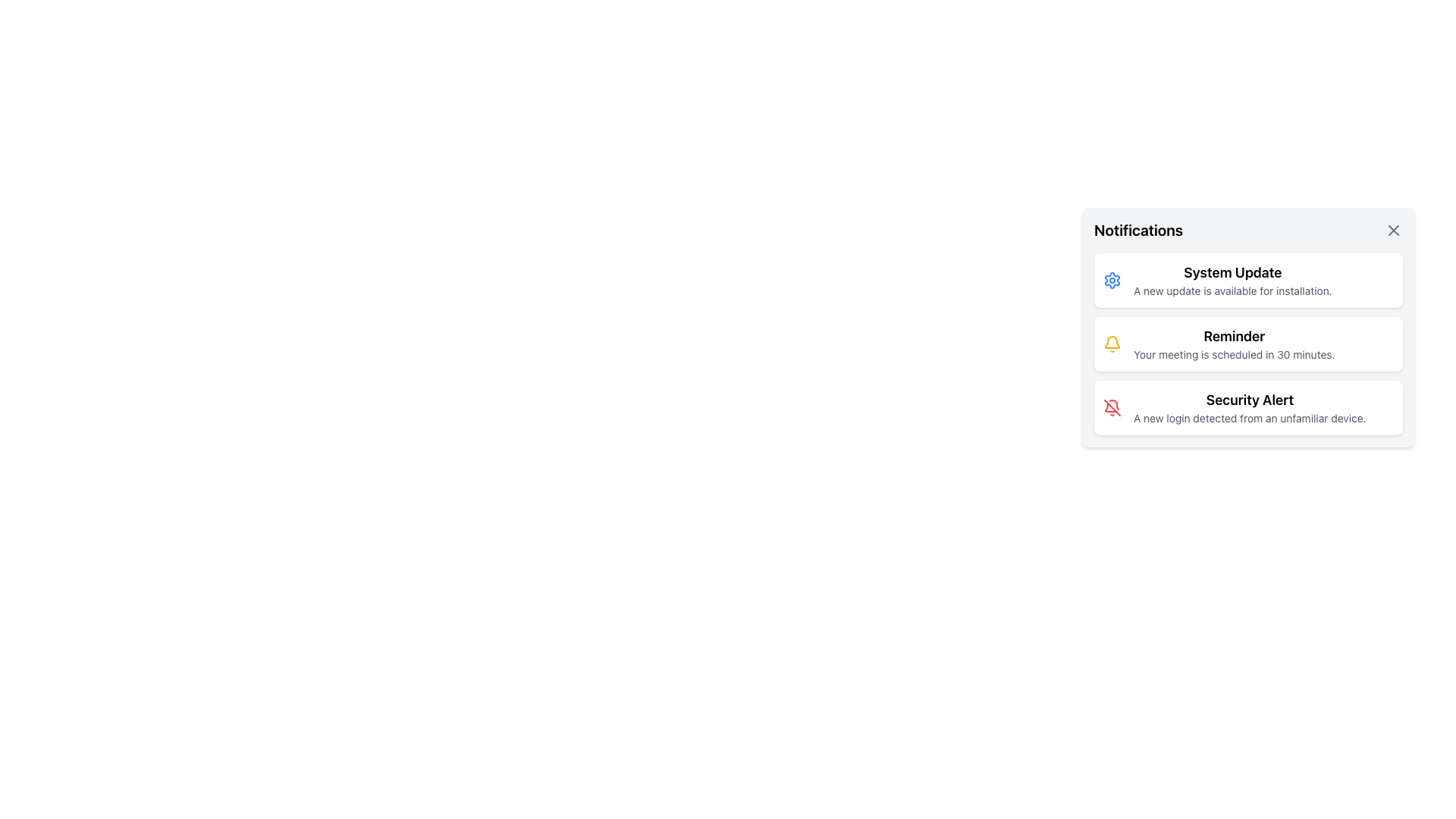 This screenshot has width=1456, height=819. Describe the element at coordinates (1232, 271) in the screenshot. I see `text from the notification title, which displays 'System Update' above the description in the notification card` at that location.